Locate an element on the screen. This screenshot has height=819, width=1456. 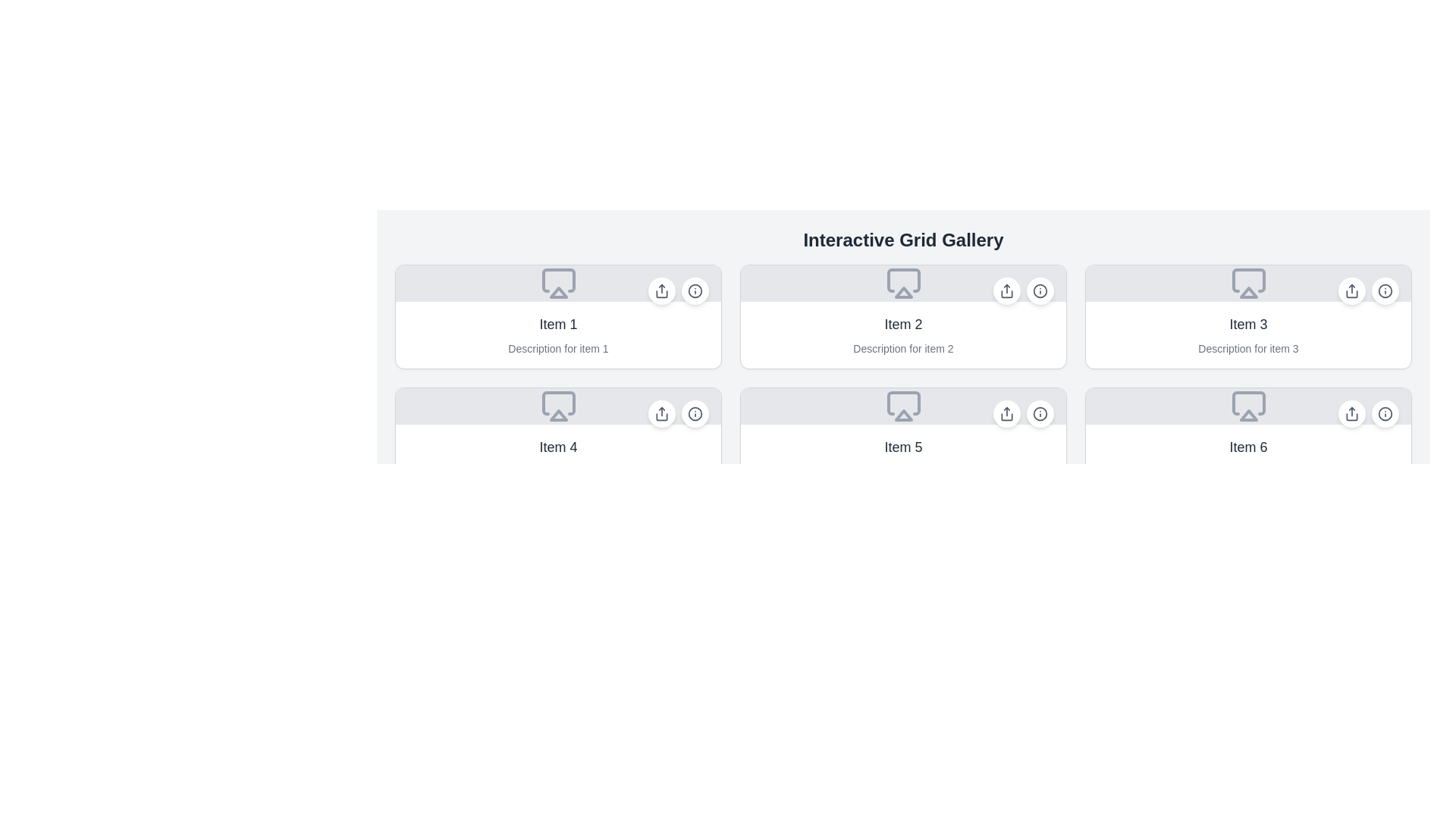
the 'share' action icon, which is a stylized upward arrow in a circular button at the top-right corner of 'Item 6' is located at coordinates (1351, 414).